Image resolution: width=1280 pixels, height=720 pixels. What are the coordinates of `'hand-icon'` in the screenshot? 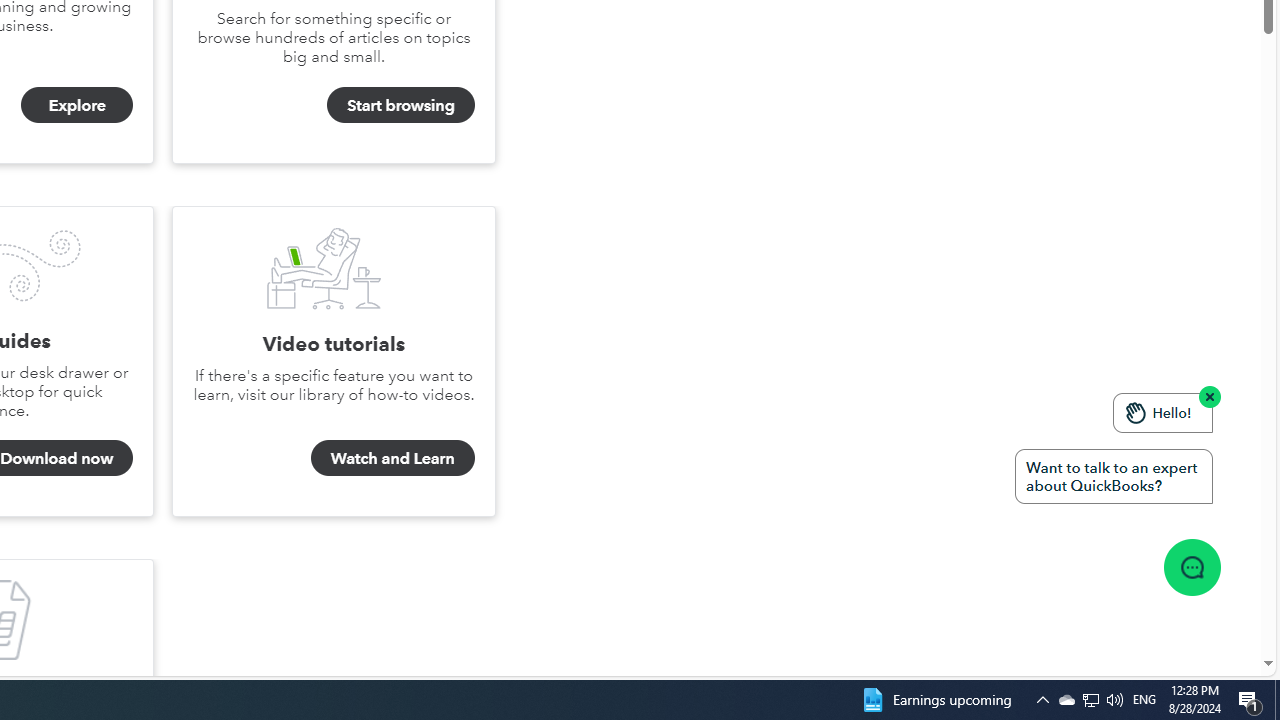 It's located at (1136, 411).